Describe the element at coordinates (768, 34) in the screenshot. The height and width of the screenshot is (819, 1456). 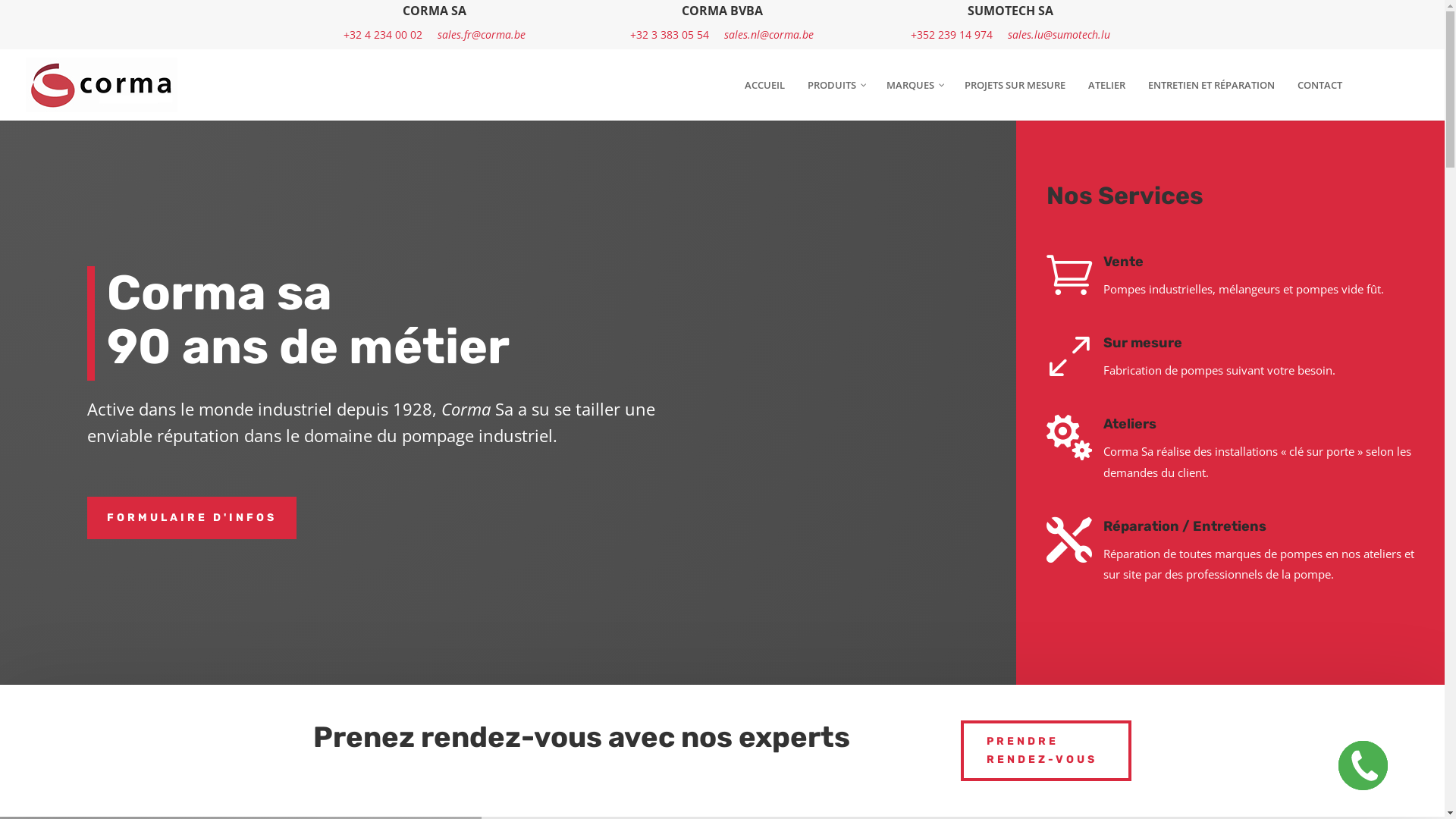
I see `'sales.nl@corma.be'` at that location.